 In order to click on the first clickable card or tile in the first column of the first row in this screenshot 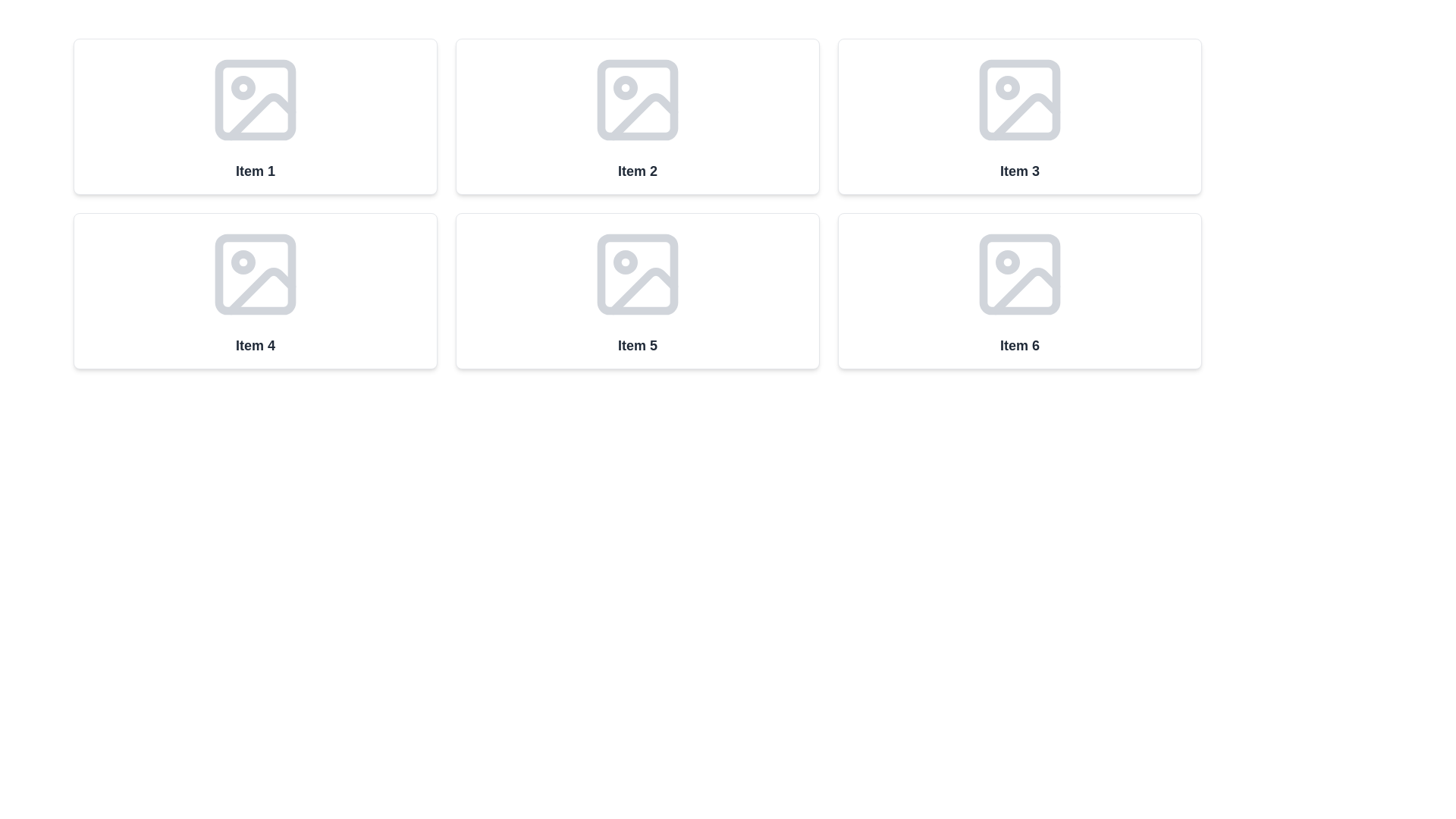, I will do `click(255, 116)`.